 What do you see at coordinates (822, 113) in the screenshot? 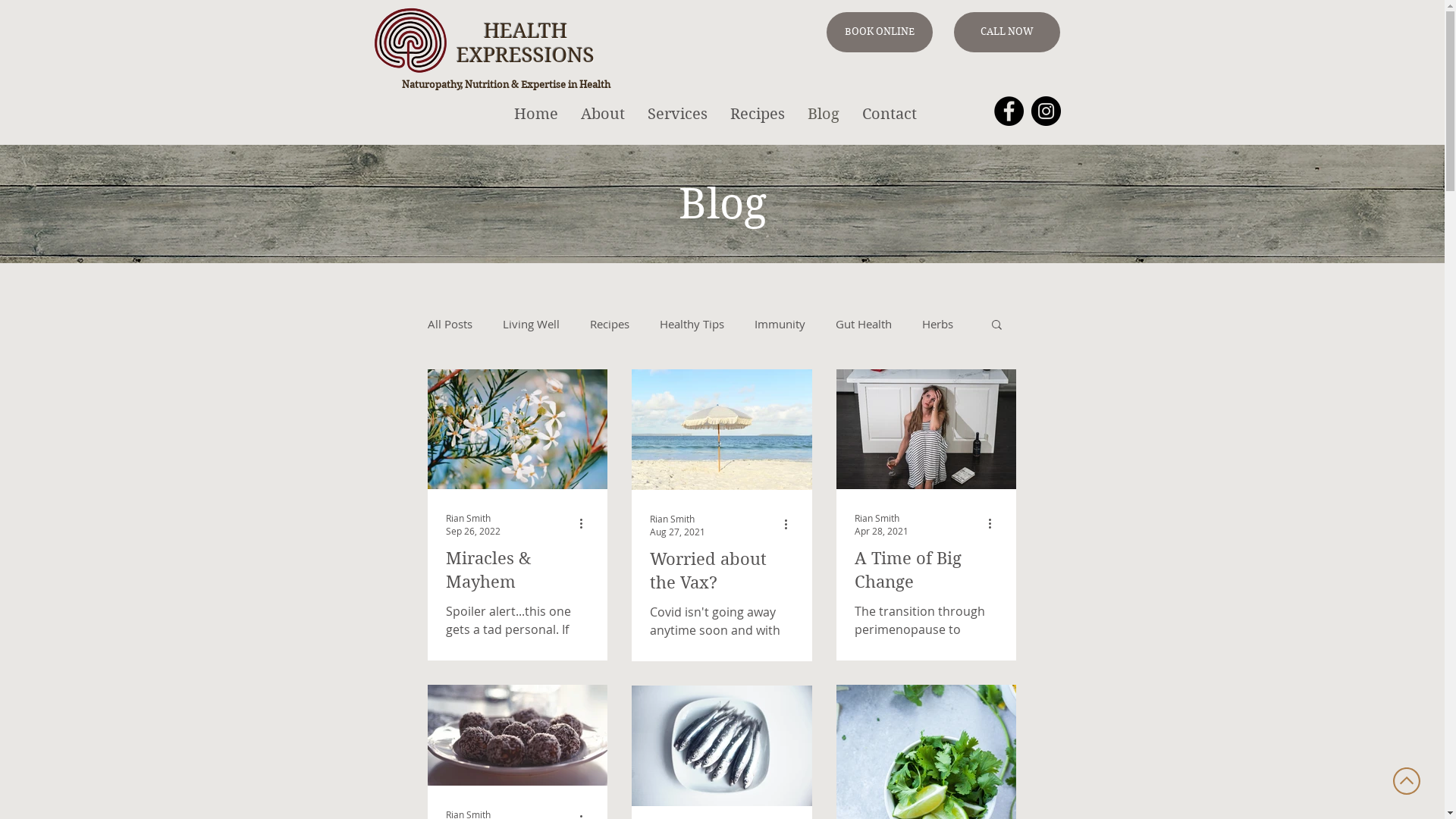
I see `'Blog'` at bounding box center [822, 113].